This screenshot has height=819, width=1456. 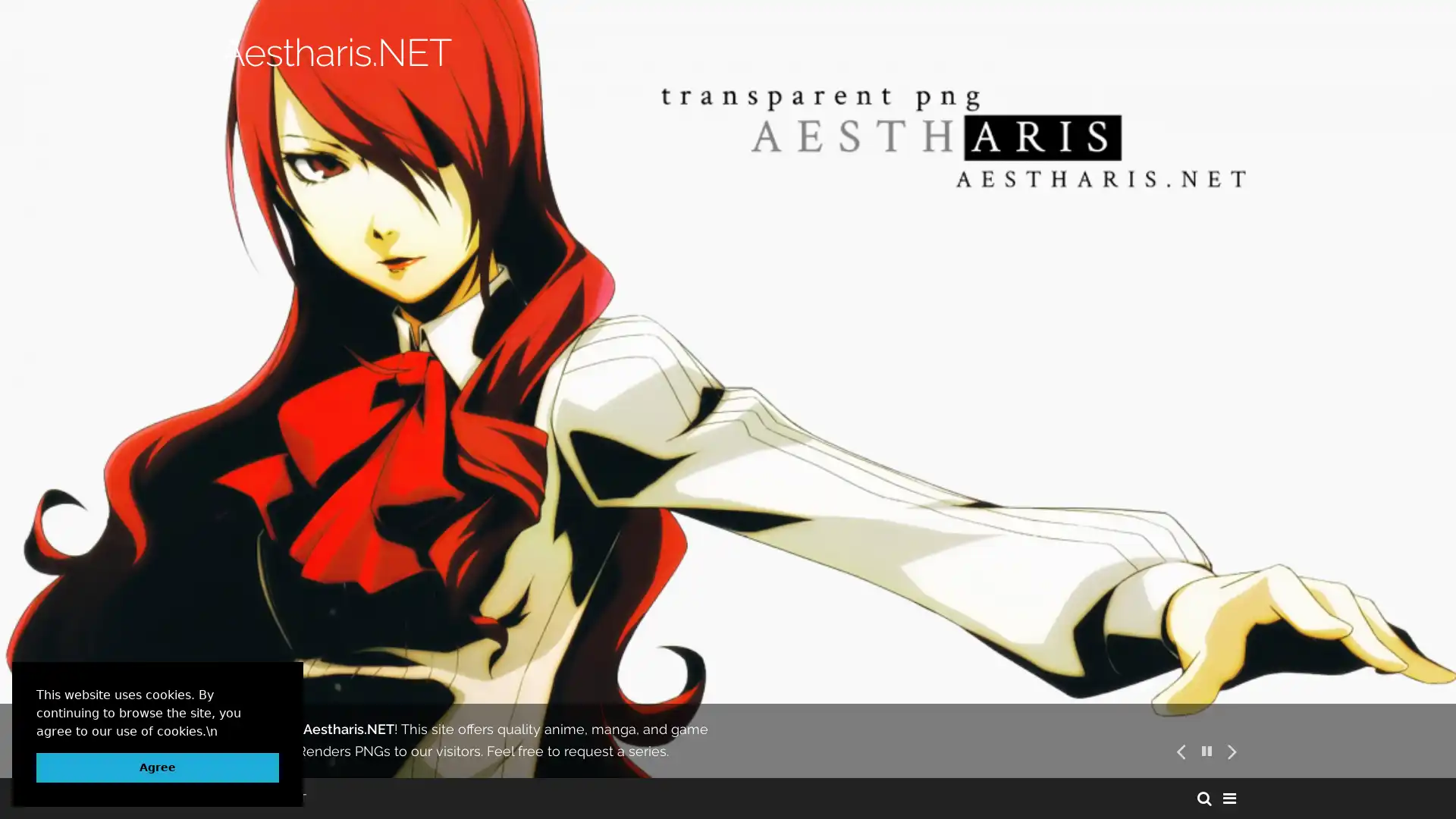 I want to click on learn more about cookies, so click(x=222, y=731).